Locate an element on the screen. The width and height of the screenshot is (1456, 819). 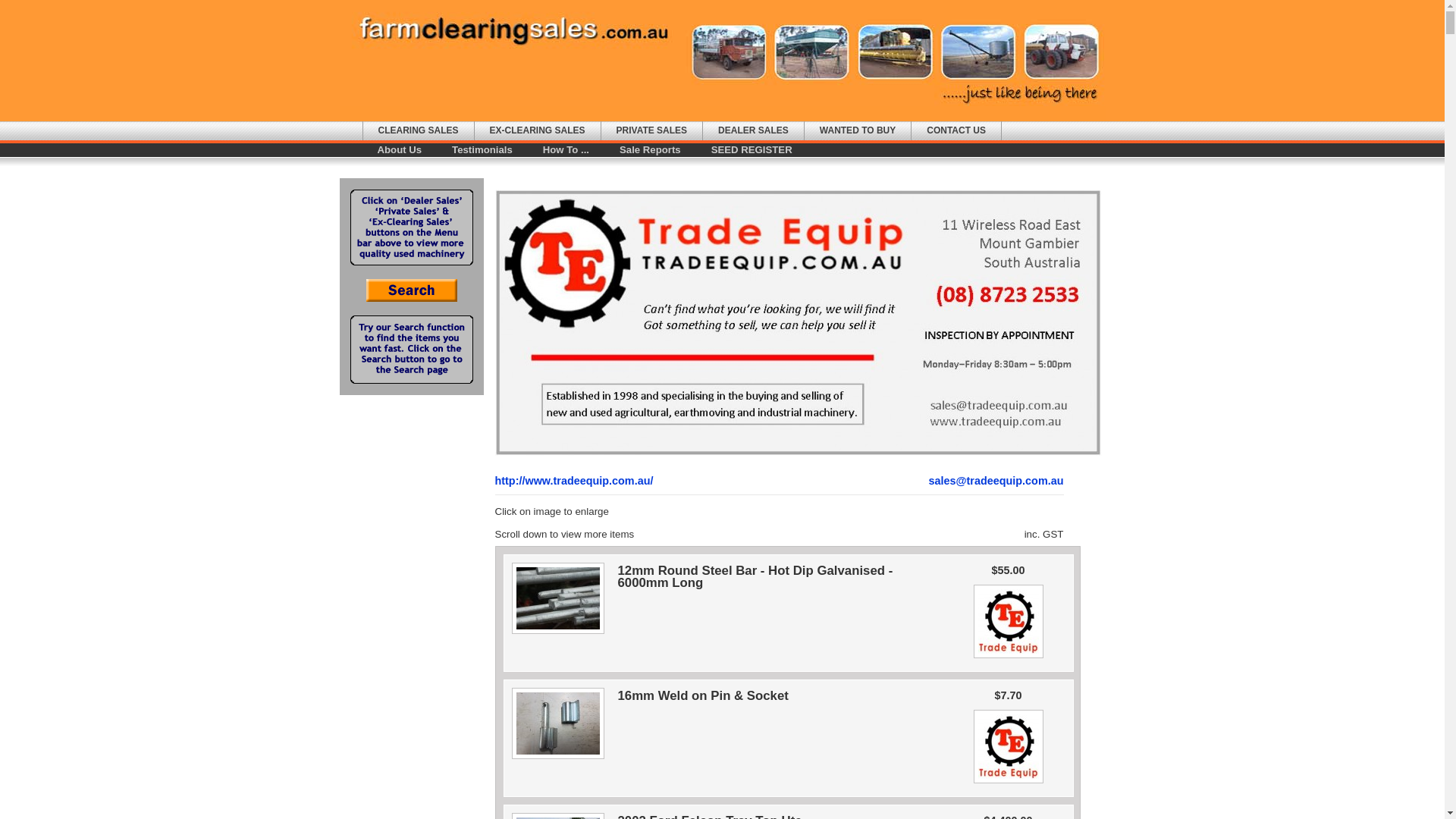
'Sale Reports' is located at coordinates (650, 149).